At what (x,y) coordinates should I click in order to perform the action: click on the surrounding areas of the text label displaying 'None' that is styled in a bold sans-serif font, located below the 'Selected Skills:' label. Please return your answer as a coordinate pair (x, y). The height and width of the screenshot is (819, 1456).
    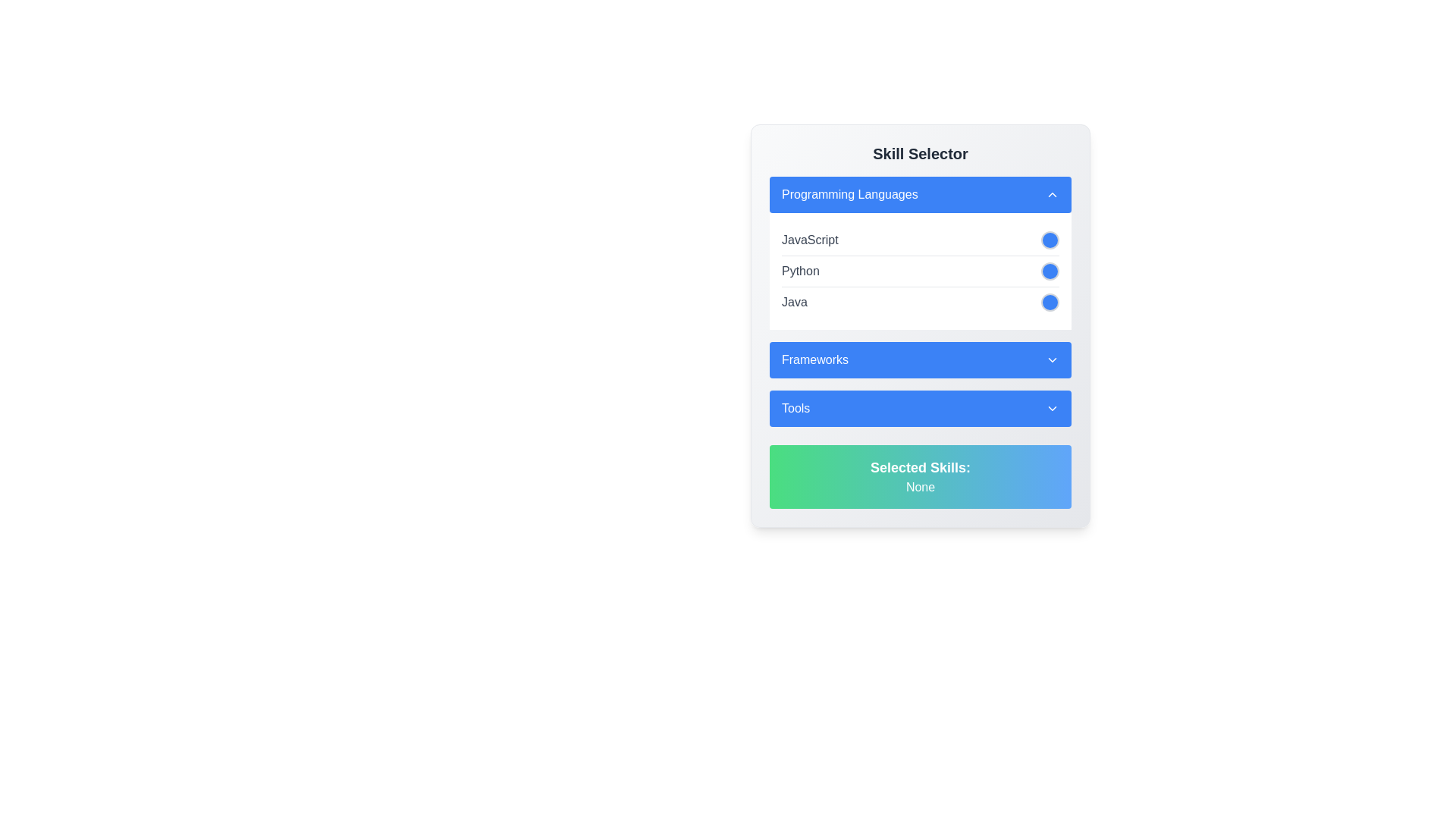
    Looking at the image, I should click on (920, 488).